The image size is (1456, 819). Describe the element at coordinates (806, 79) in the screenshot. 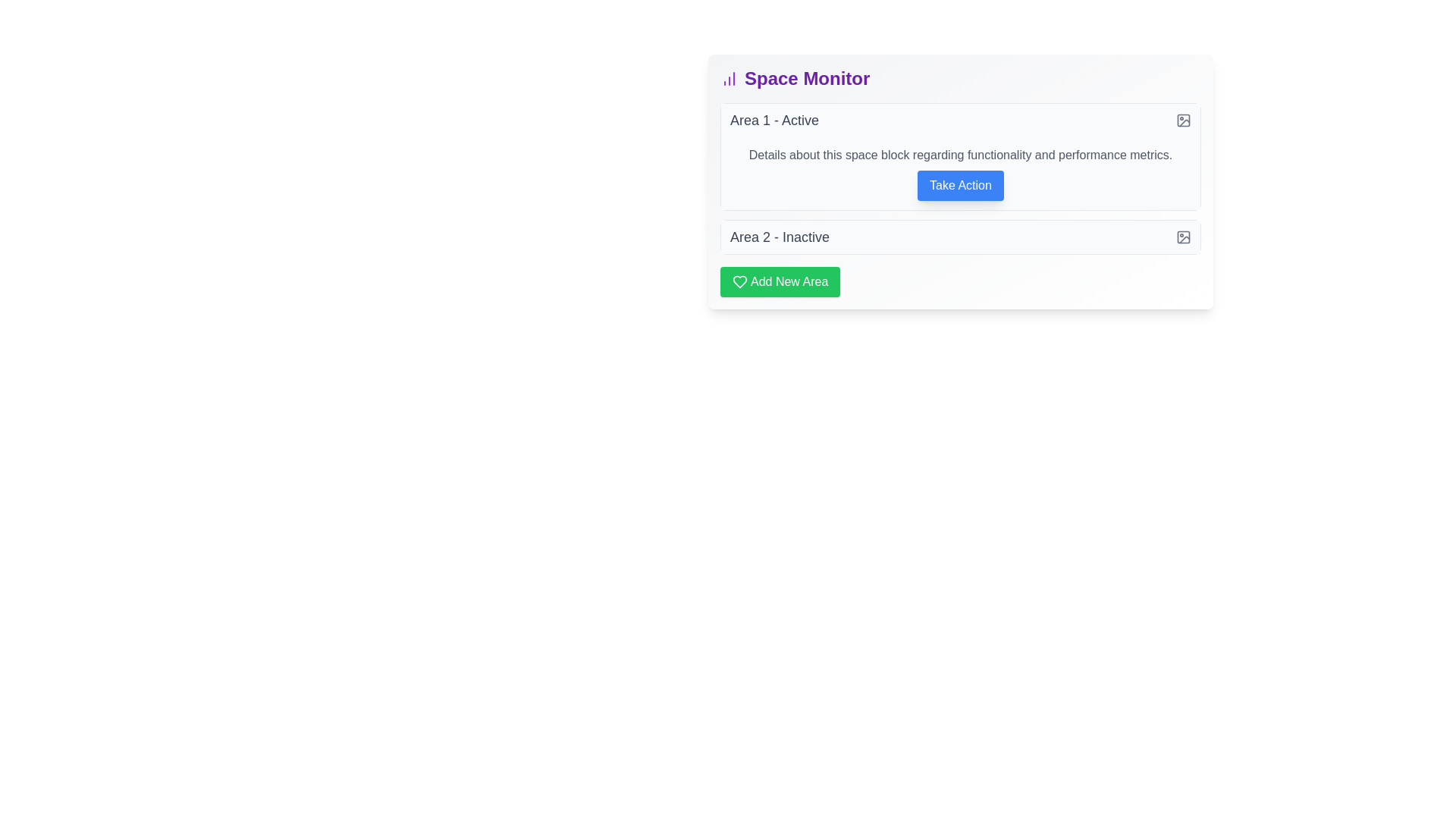

I see `the 'Space Monitor' text label, which is styled in bold purple font and positioned next to a chart indicator icon, to trigger visual effects` at that location.